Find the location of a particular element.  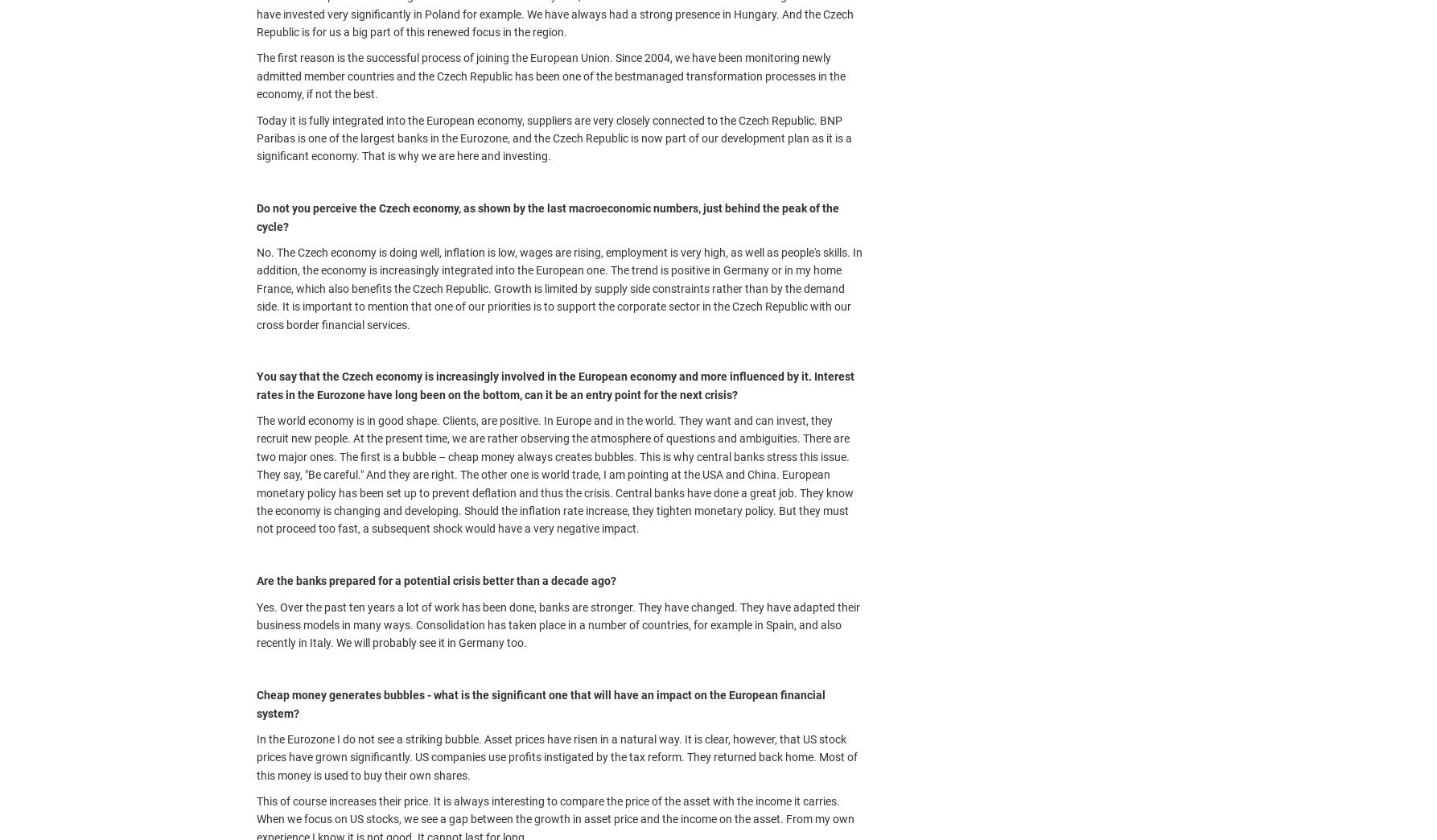

'The first reason is the successful process of joining the European Union. Since 2004, we have been monitoring newly admitted member countries and the Czech Republic has been one of the bestmanaged transformation processes in the economy, if not the best.' is located at coordinates (550, 76).